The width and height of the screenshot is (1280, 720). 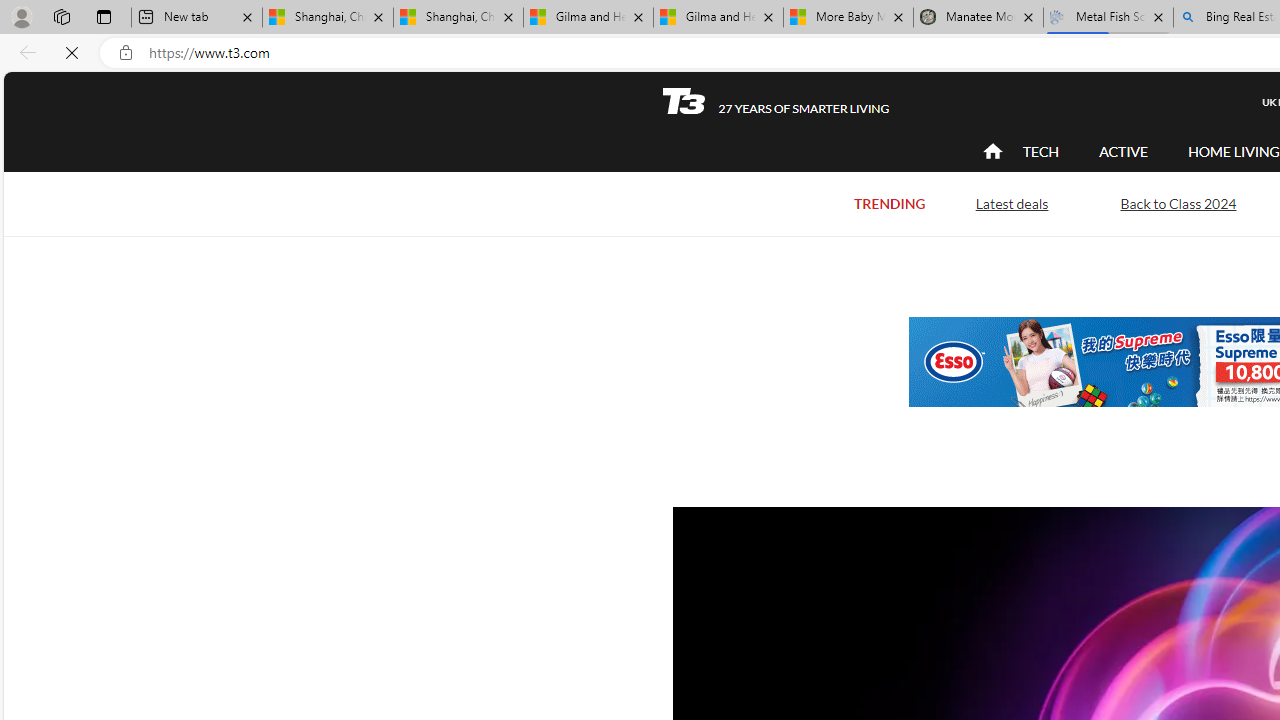 What do you see at coordinates (1011, 204) in the screenshot?
I see `'Latest deals'` at bounding box center [1011, 204].